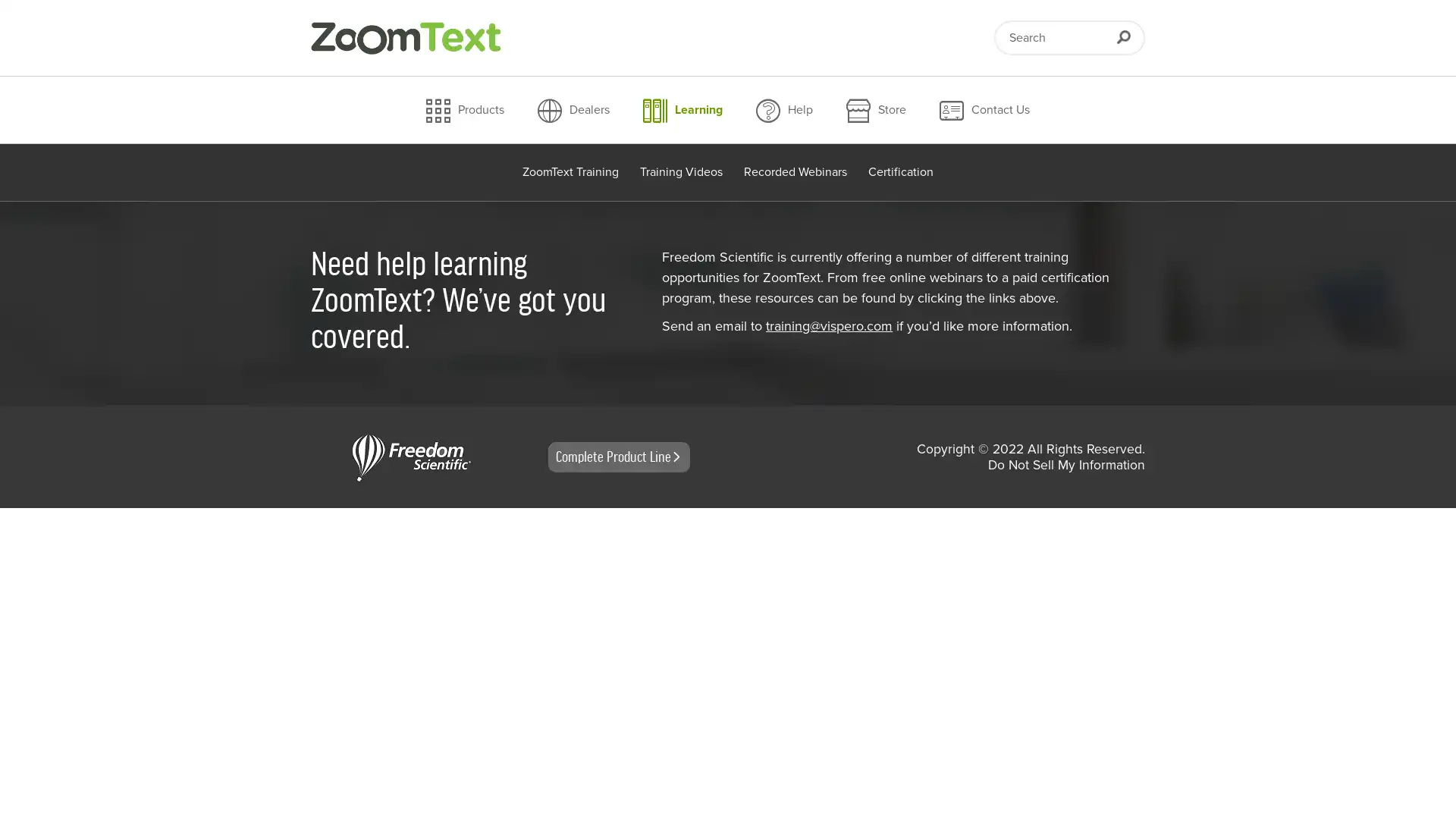 Image resolution: width=1456 pixels, height=819 pixels. I want to click on Click to submit your site search, so click(1123, 36).